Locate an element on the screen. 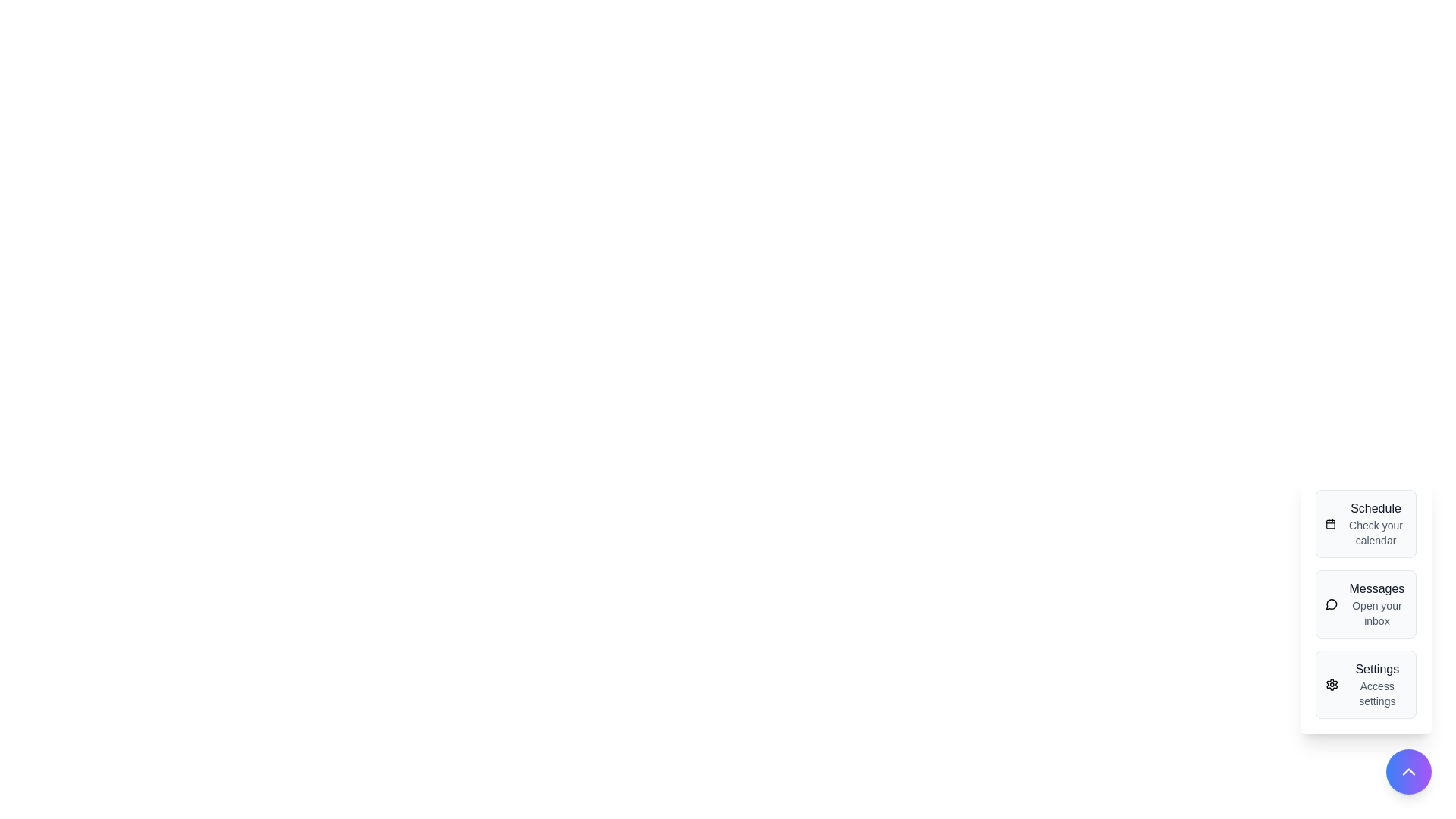  the Messages menu option in the speed dial is located at coordinates (1366, 604).